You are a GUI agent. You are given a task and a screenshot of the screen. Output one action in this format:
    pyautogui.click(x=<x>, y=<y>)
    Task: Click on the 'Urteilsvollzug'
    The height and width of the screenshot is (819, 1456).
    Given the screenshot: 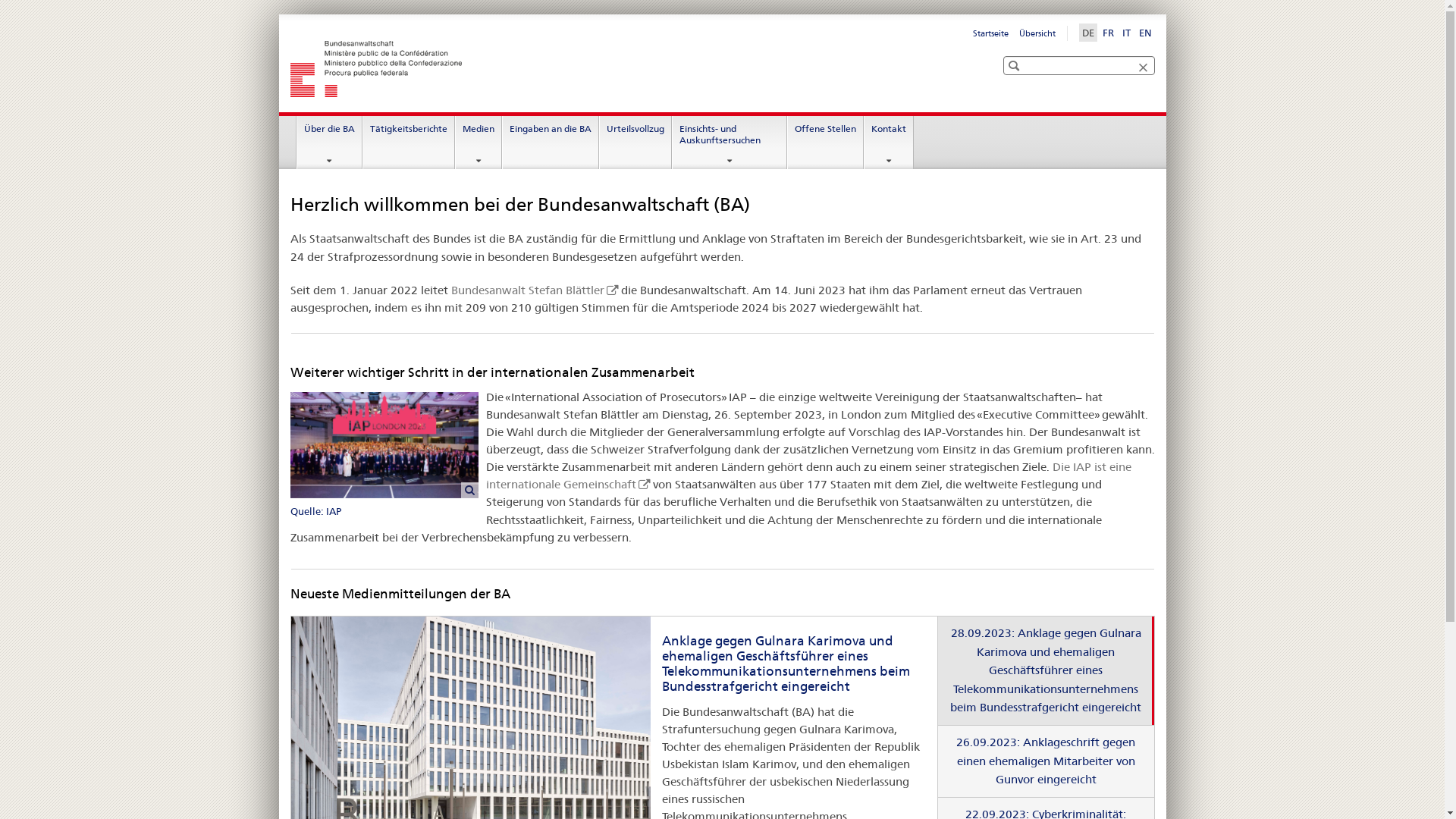 What is the action you would take?
    pyautogui.click(x=599, y=143)
    